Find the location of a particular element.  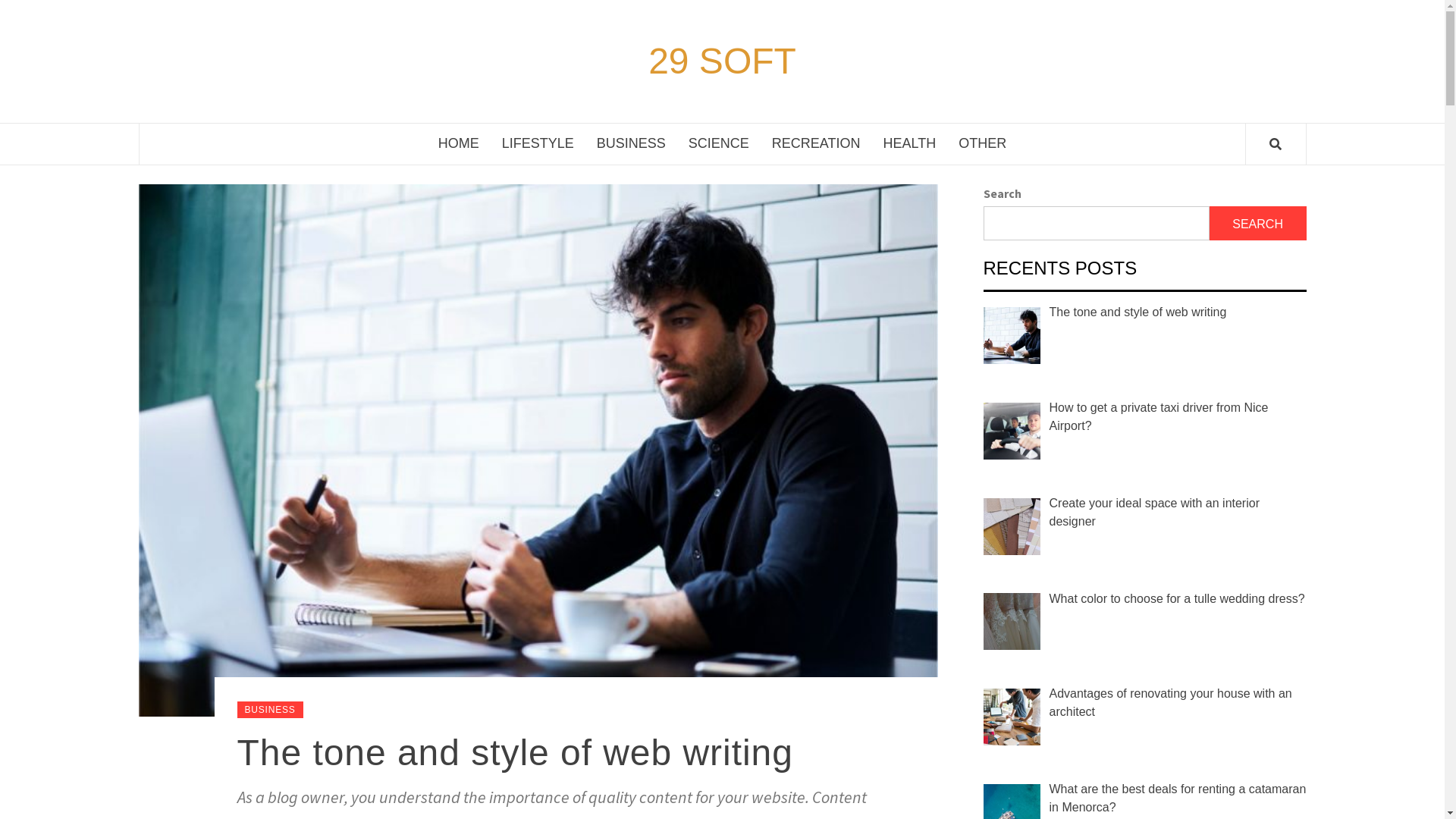

'SEARCH' is located at coordinates (1258, 223).